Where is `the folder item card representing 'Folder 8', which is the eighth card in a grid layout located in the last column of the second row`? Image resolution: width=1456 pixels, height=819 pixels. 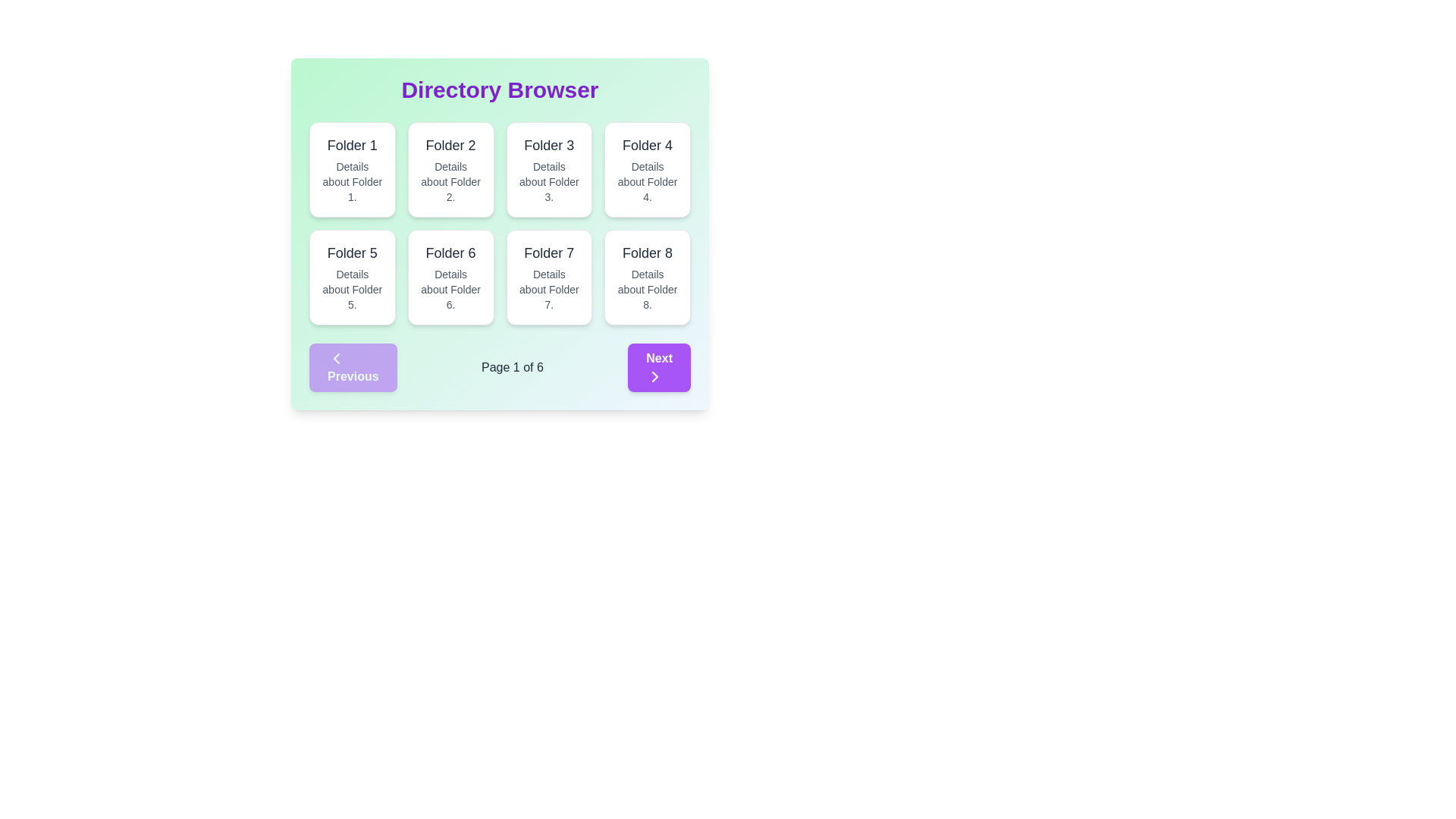
the folder item card representing 'Folder 8', which is the eighth card in a grid layout located in the last column of the second row is located at coordinates (648, 278).